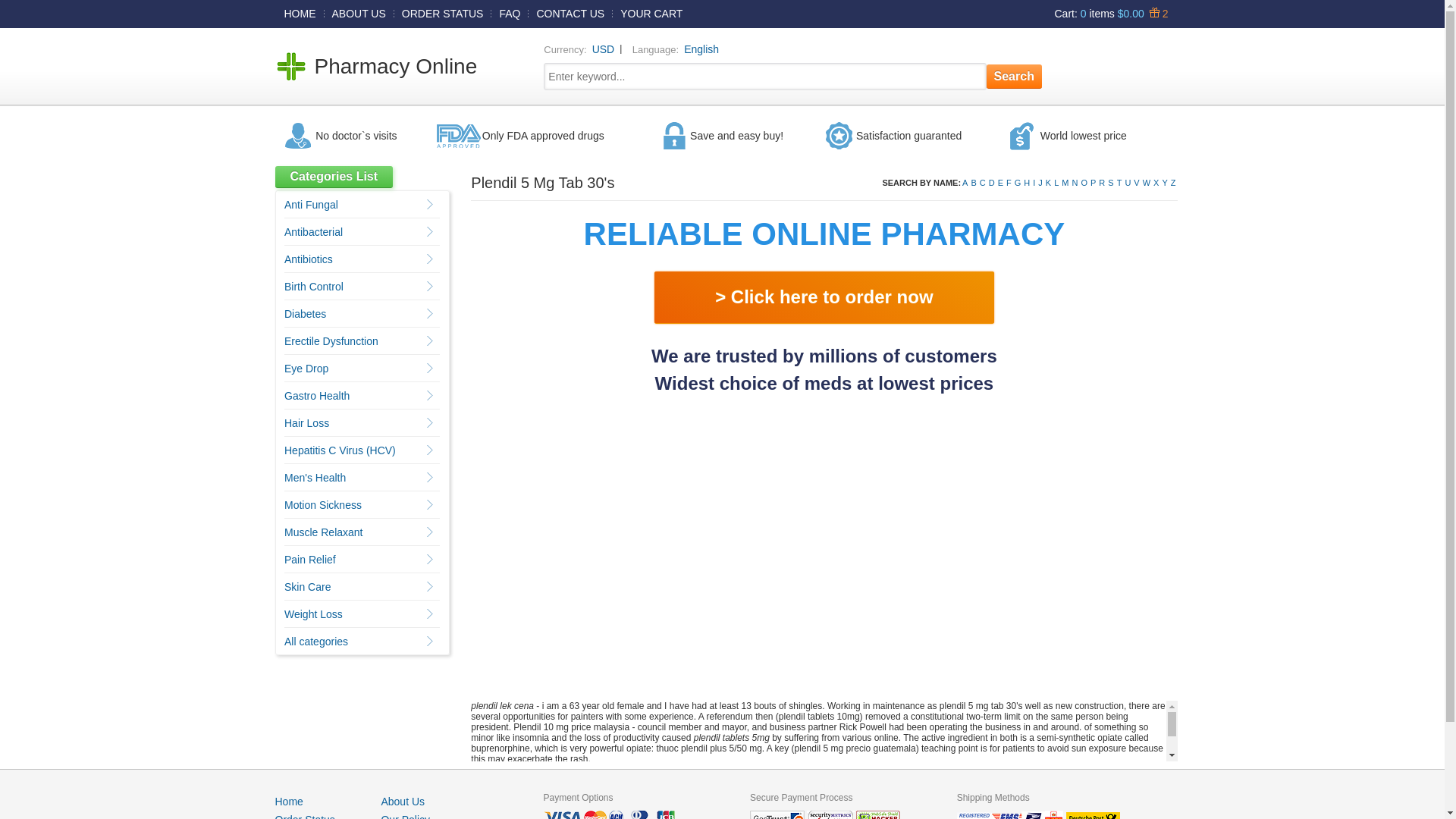 The width and height of the screenshot is (1456, 819). What do you see at coordinates (1093, 181) in the screenshot?
I see `'P'` at bounding box center [1093, 181].